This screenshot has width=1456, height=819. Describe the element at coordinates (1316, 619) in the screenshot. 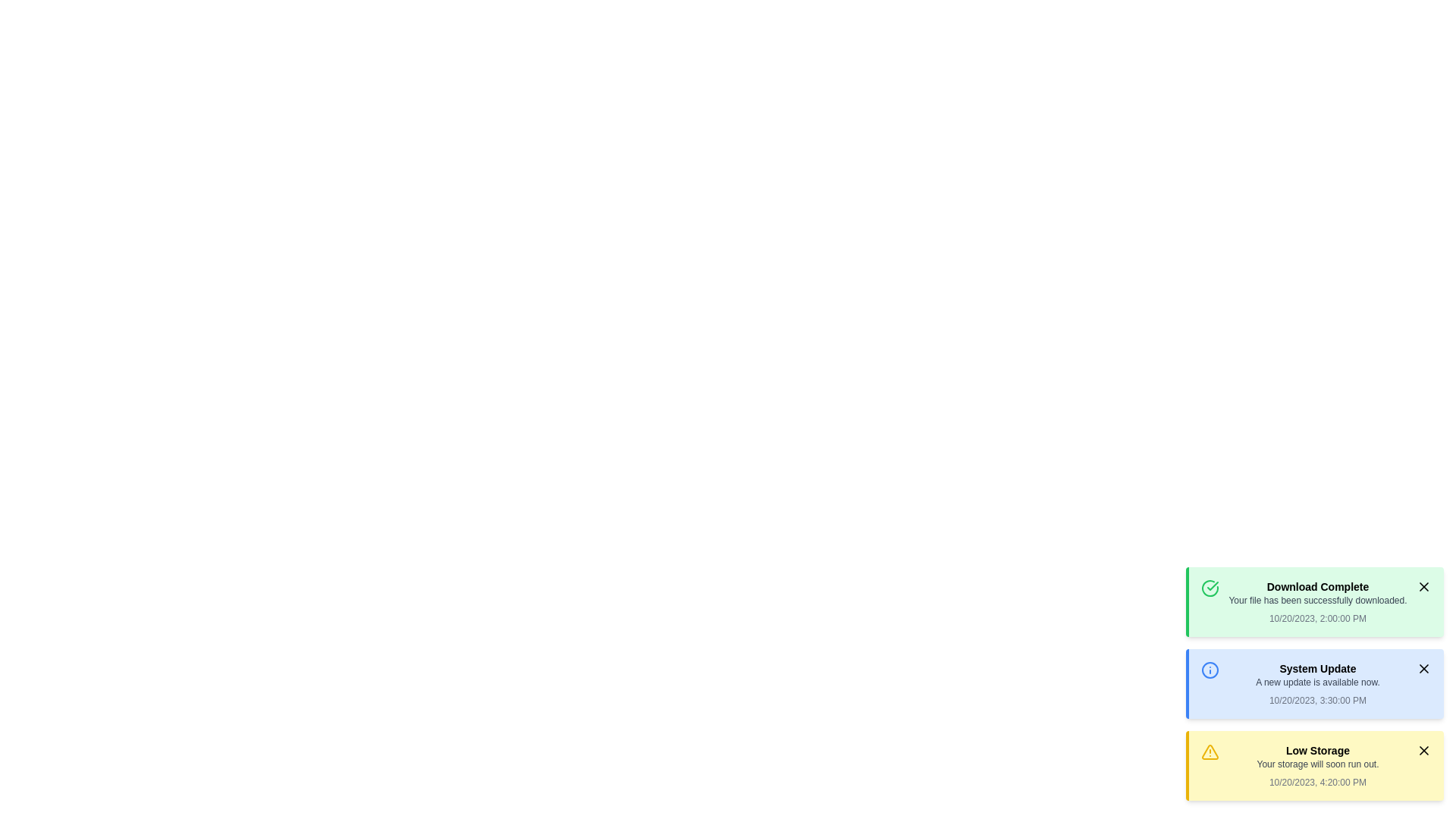

I see `timestamp displayed in the notification box labeled 'Download Complete', located at the center of the text label below the message 'Your file has been successfully downloaded'` at that location.